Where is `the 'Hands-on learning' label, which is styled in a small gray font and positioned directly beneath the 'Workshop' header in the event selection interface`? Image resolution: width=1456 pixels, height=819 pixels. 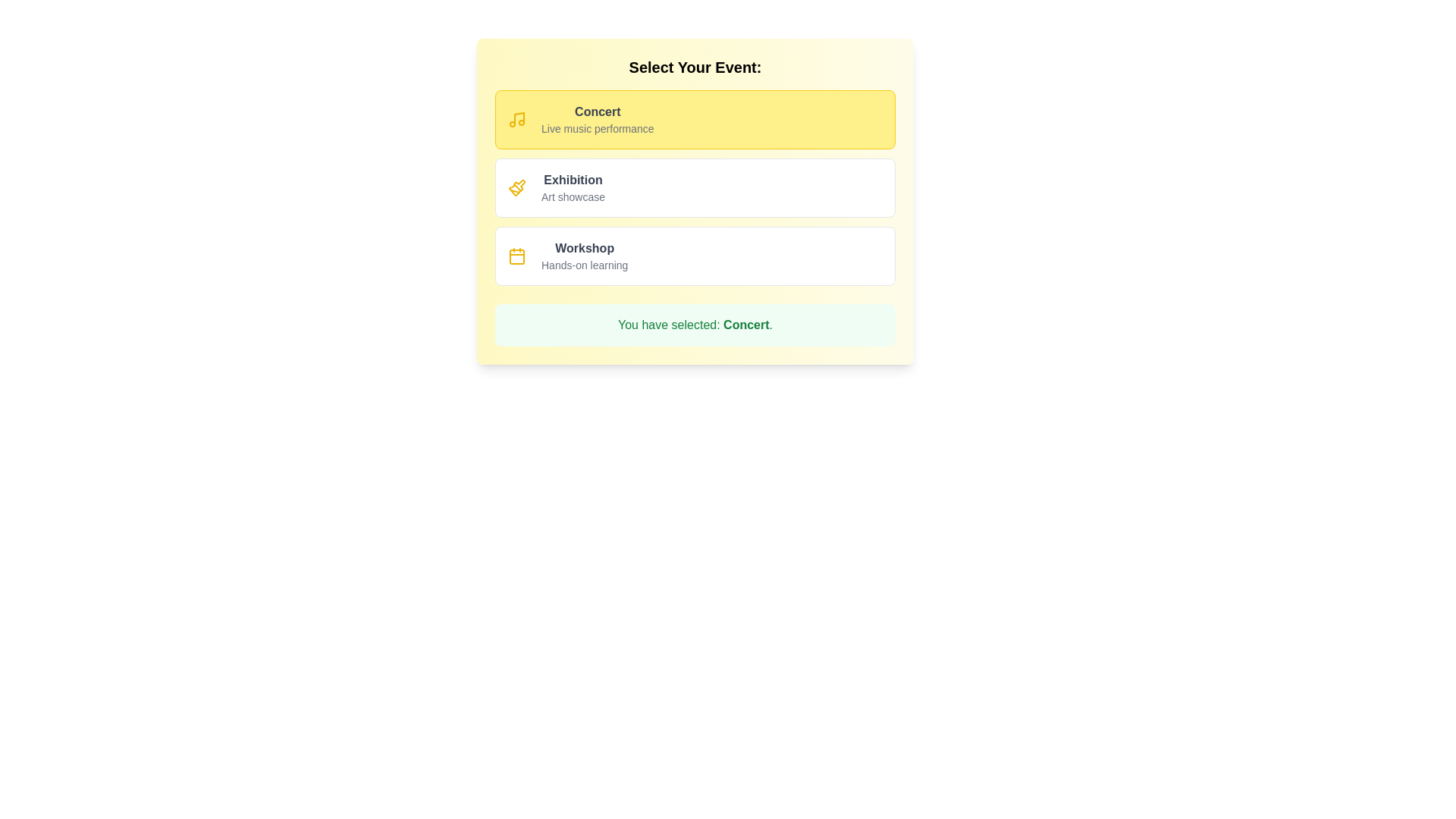
the 'Hands-on learning' label, which is styled in a small gray font and positioned directly beneath the 'Workshop' header in the event selection interface is located at coordinates (584, 265).